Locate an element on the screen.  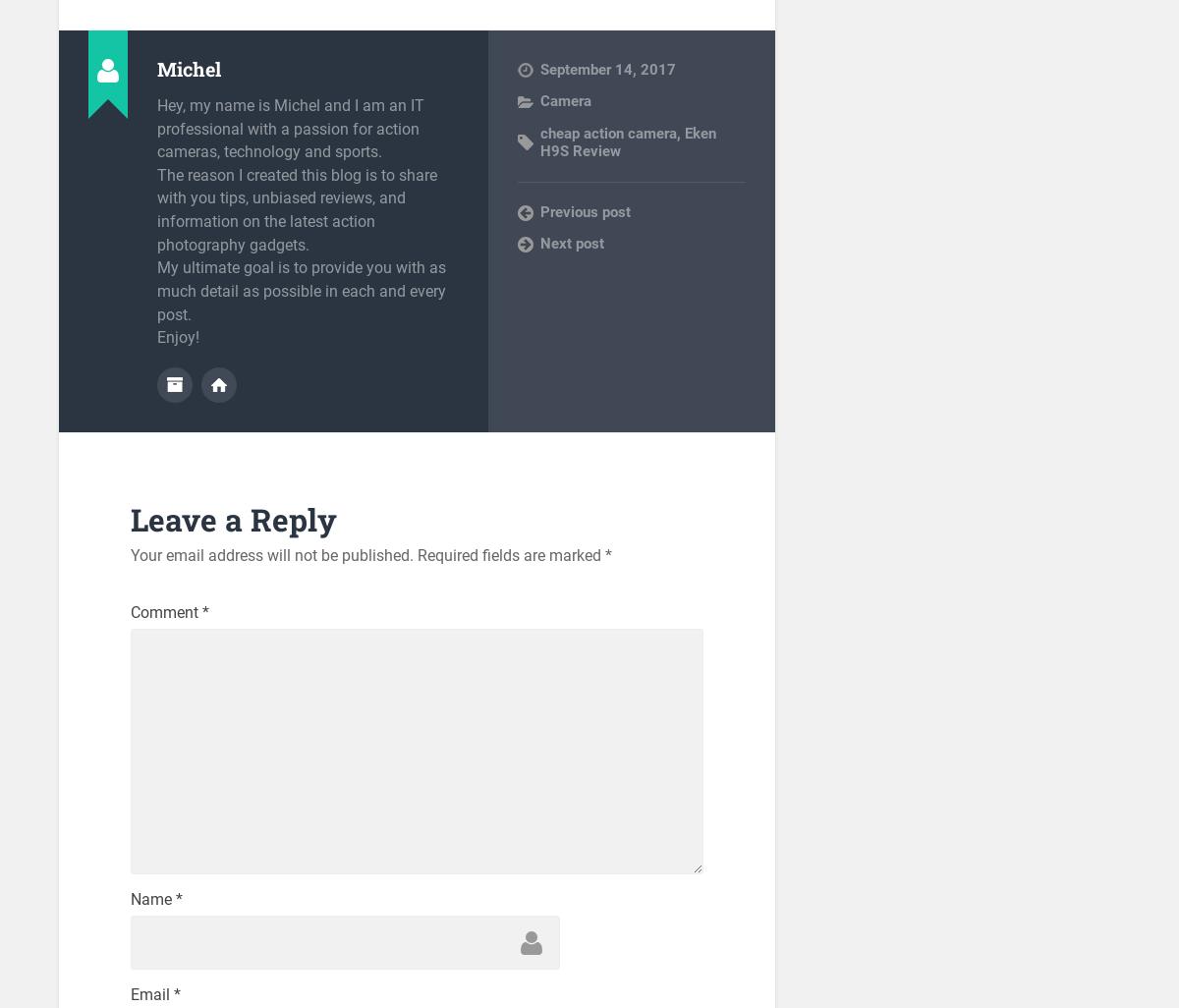
'Michel' is located at coordinates (188, 67).